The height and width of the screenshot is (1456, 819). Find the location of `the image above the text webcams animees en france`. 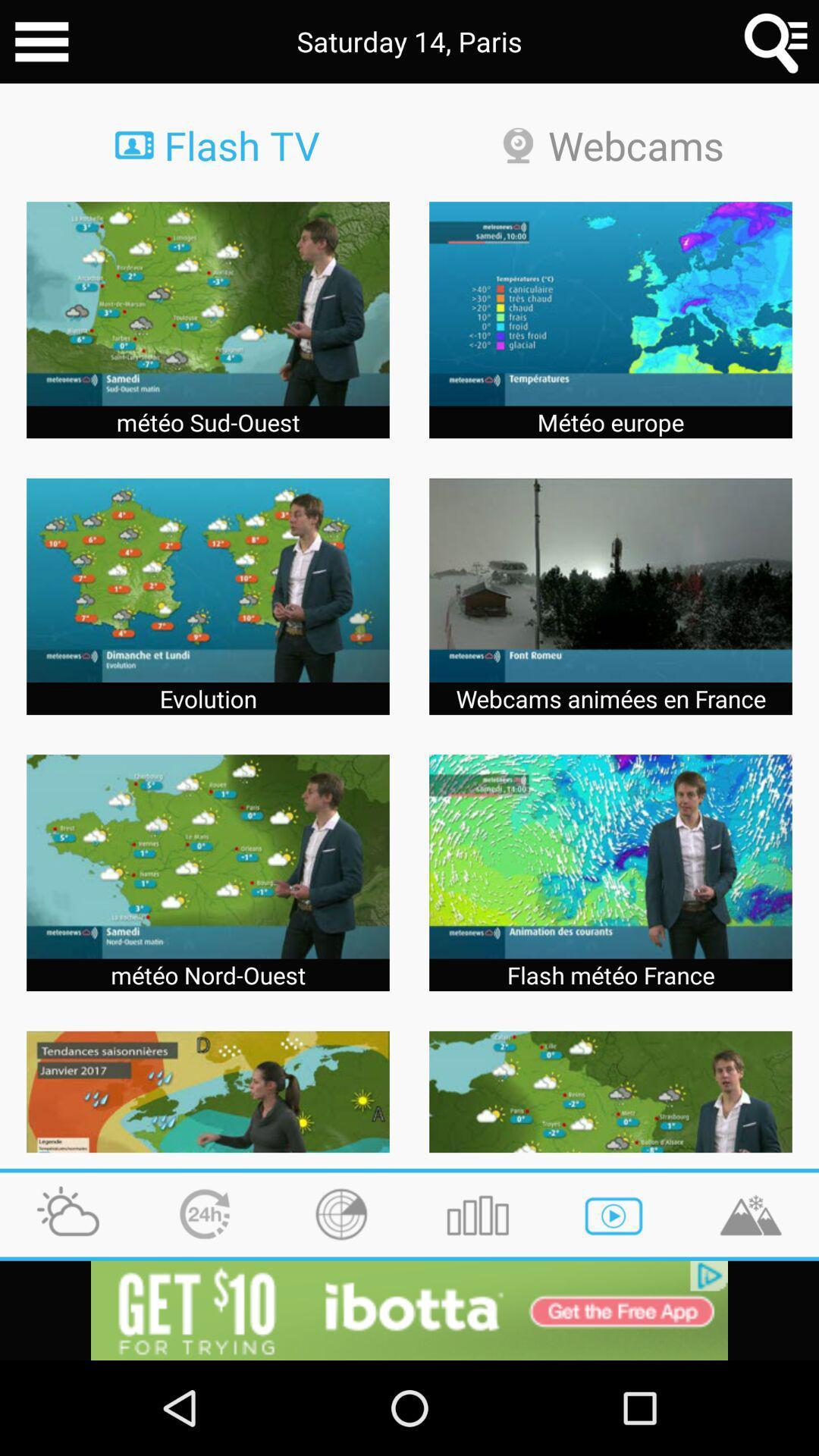

the image above the text webcams animees en france is located at coordinates (610, 579).